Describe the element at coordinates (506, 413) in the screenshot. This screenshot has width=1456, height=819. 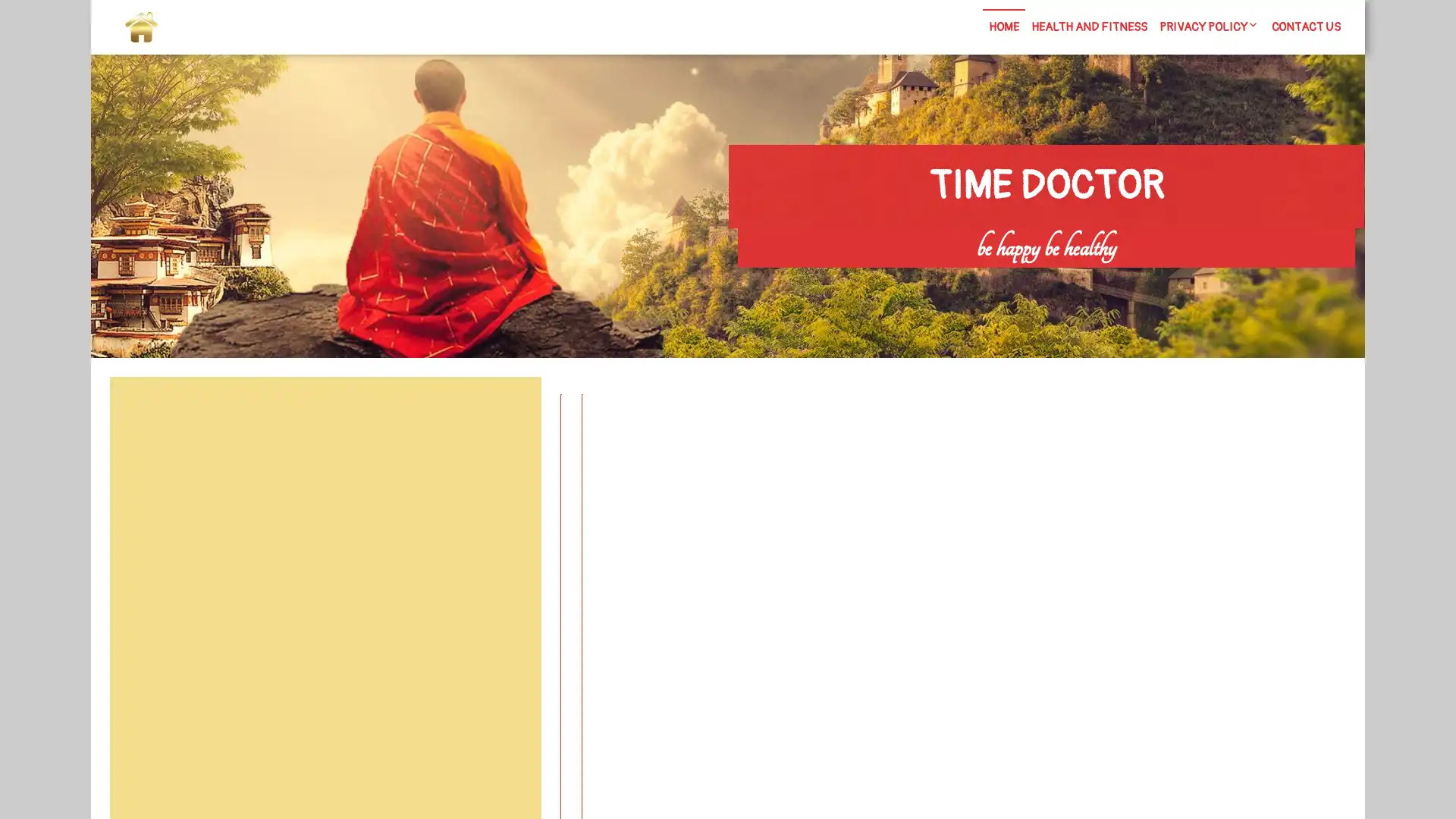
I see `Search` at that location.